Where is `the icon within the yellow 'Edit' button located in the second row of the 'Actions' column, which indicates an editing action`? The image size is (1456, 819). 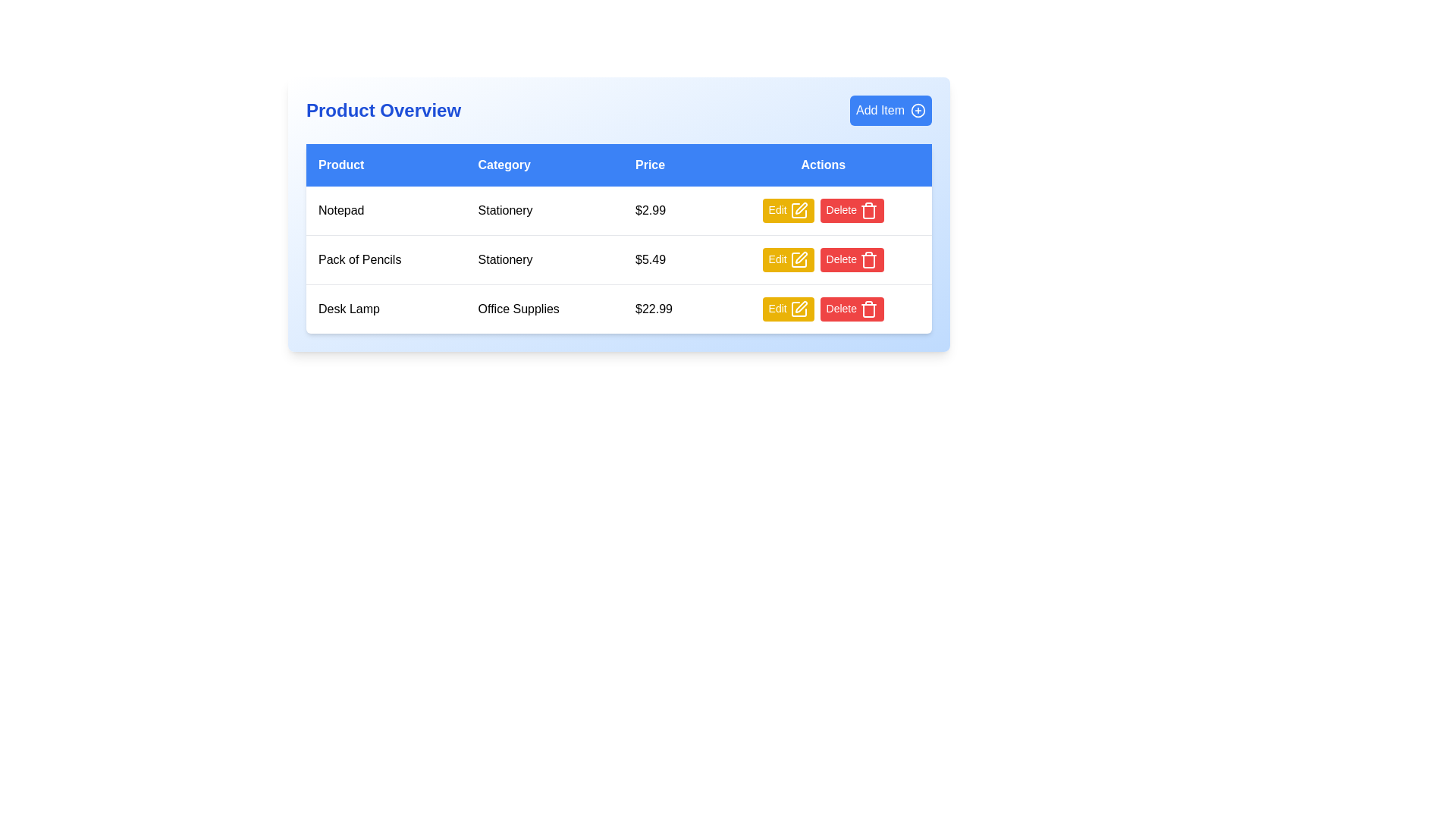
the icon within the yellow 'Edit' button located in the second row of the 'Actions' column, which indicates an editing action is located at coordinates (798, 210).